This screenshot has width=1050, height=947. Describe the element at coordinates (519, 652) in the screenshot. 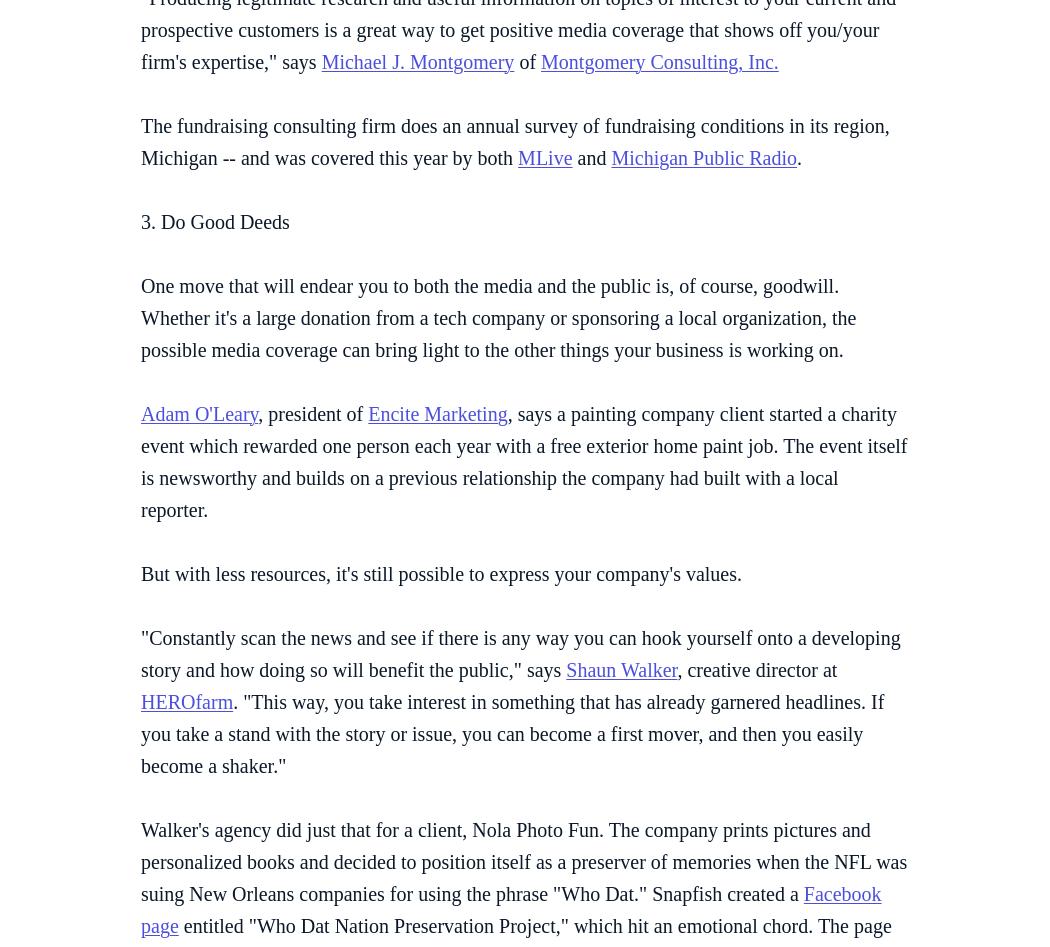

I see `'"Constantly scan the news and see if there is any way you can hook yourself onto a developing story and how doing so will benefit the public," says'` at that location.